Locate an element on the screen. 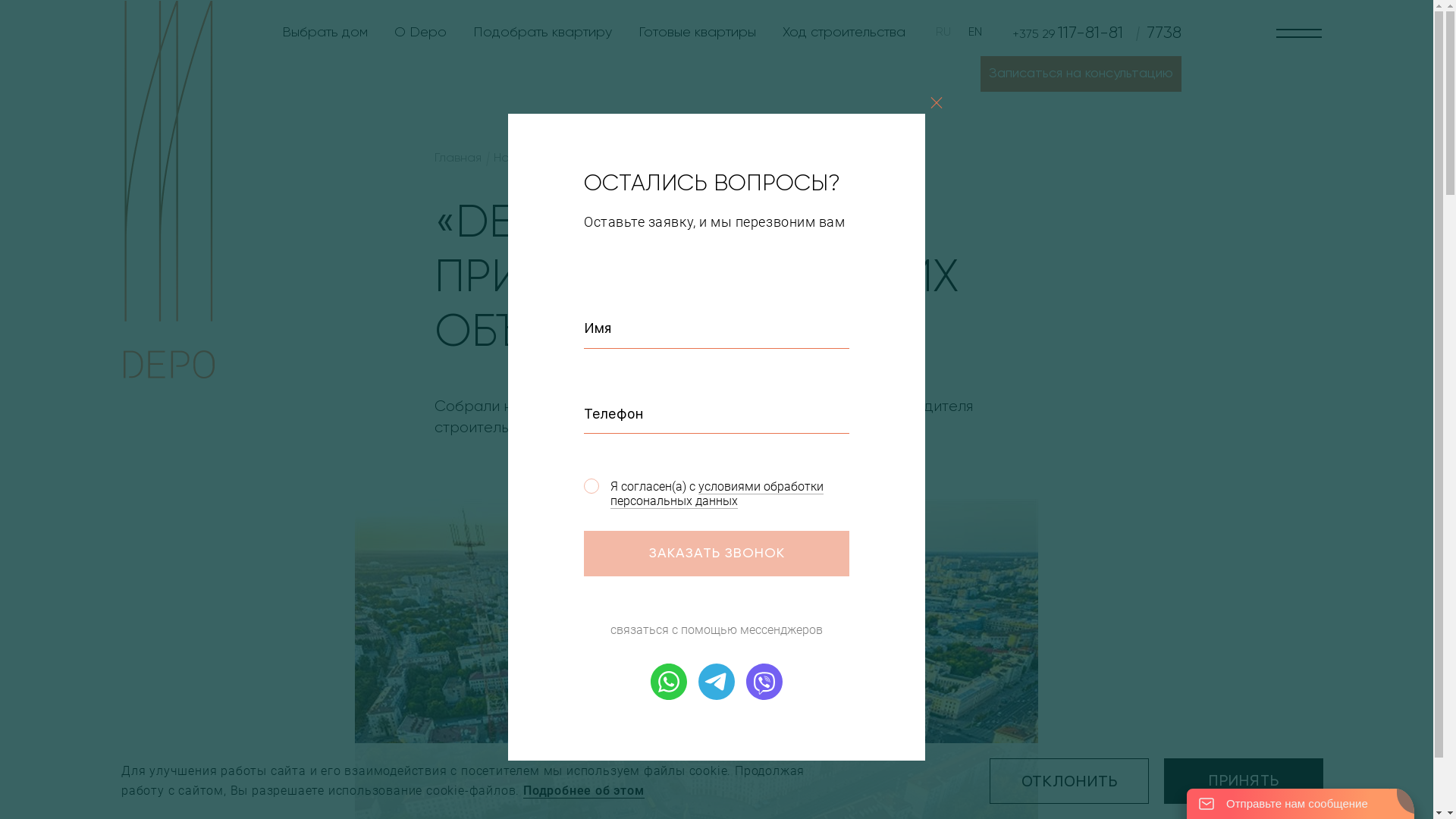  '7738' is located at coordinates (1153, 33).